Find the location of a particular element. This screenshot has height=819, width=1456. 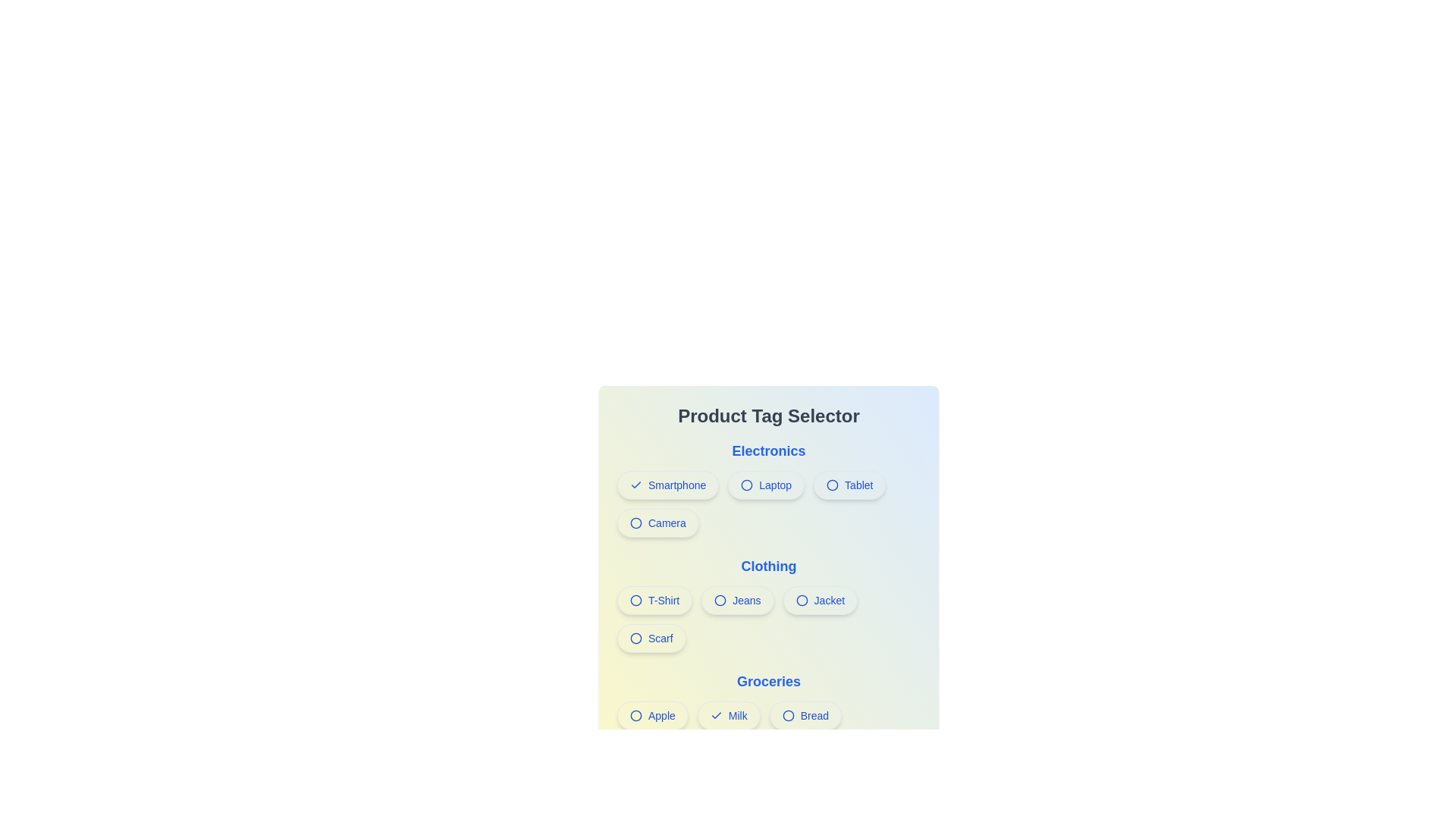

the 'Smartphone' button is located at coordinates (667, 485).